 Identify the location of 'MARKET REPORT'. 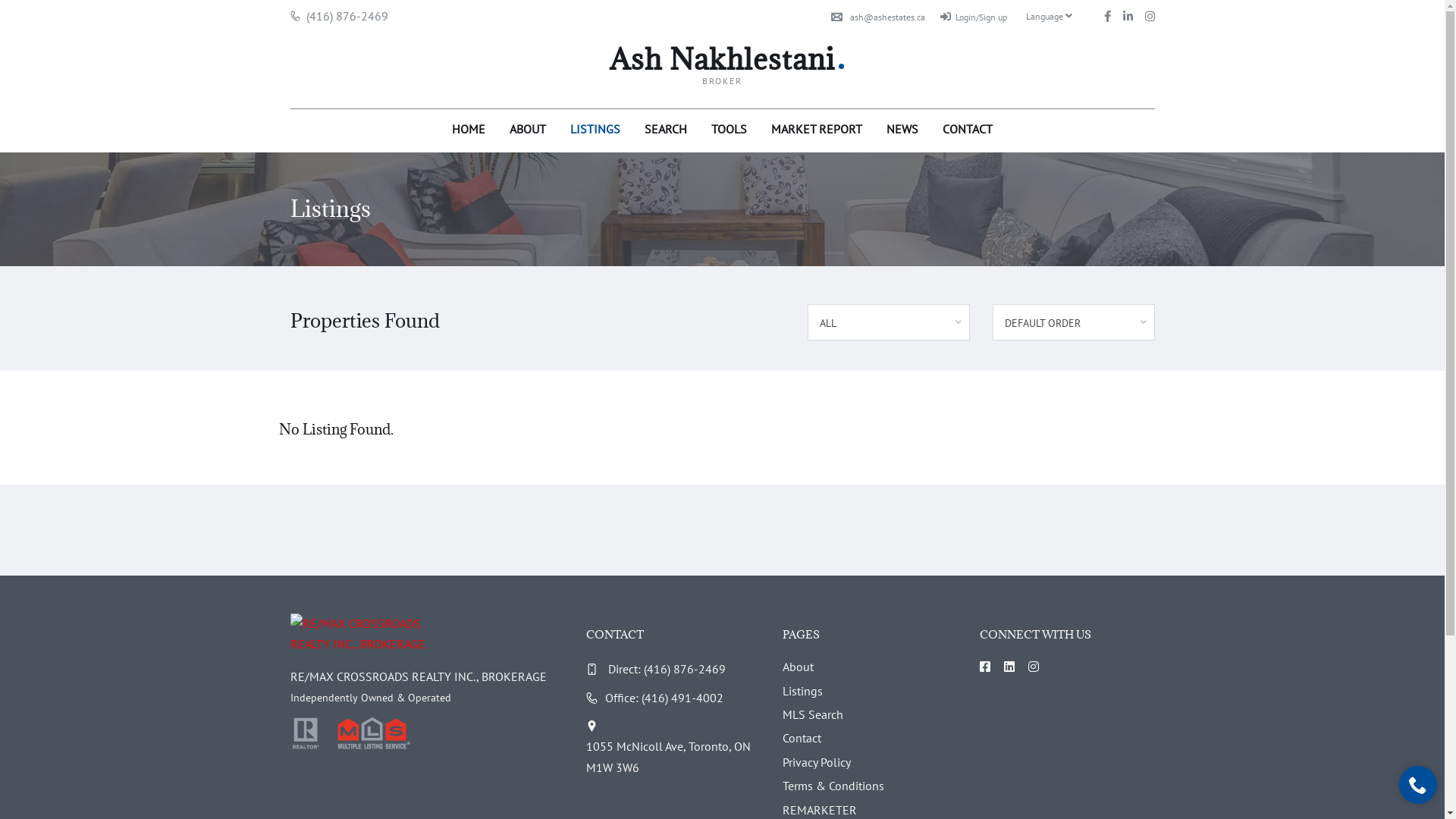
(759, 127).